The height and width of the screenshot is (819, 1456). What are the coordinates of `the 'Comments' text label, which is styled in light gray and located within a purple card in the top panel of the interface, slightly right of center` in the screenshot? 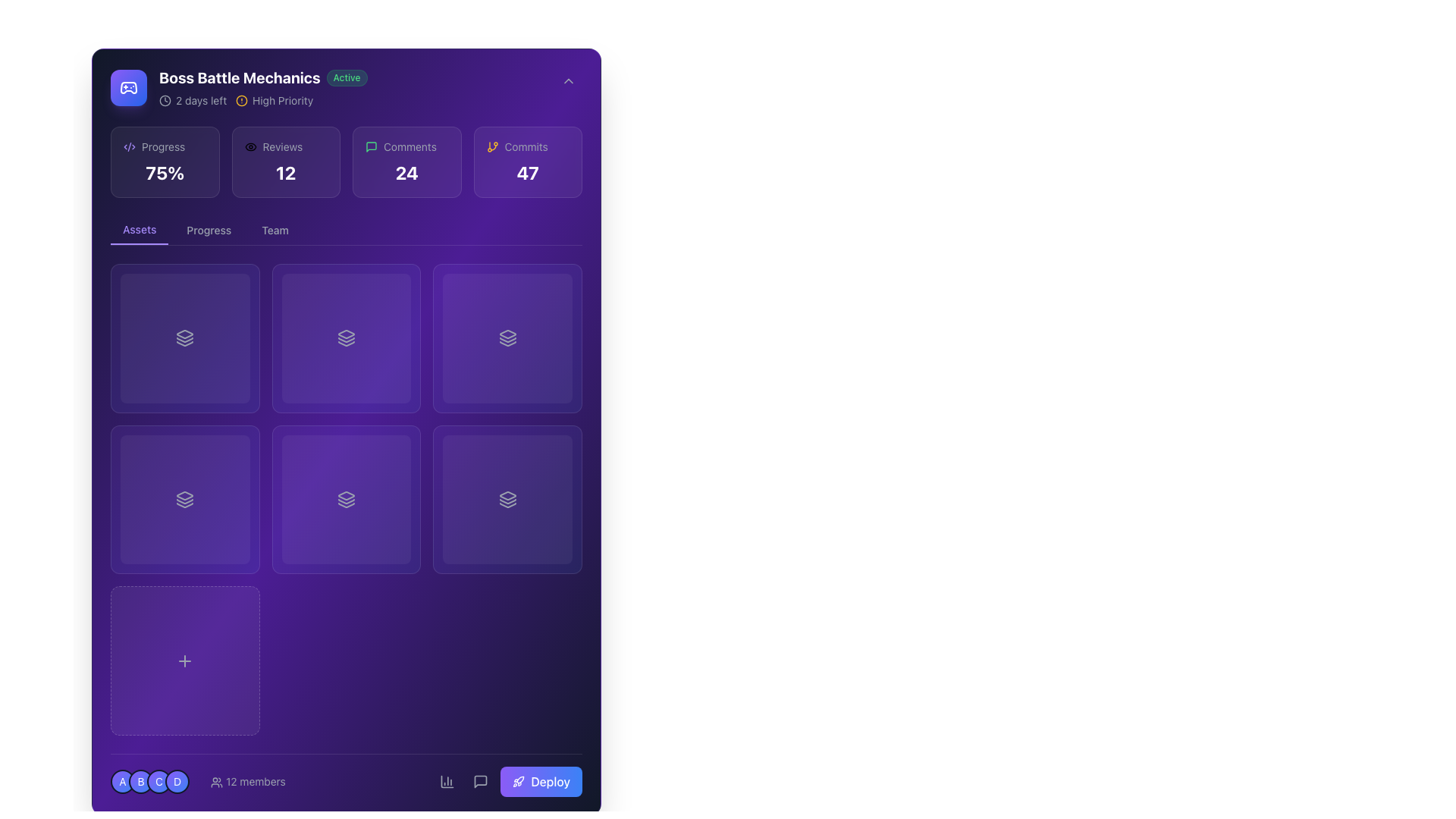 It's located at (409, 146).